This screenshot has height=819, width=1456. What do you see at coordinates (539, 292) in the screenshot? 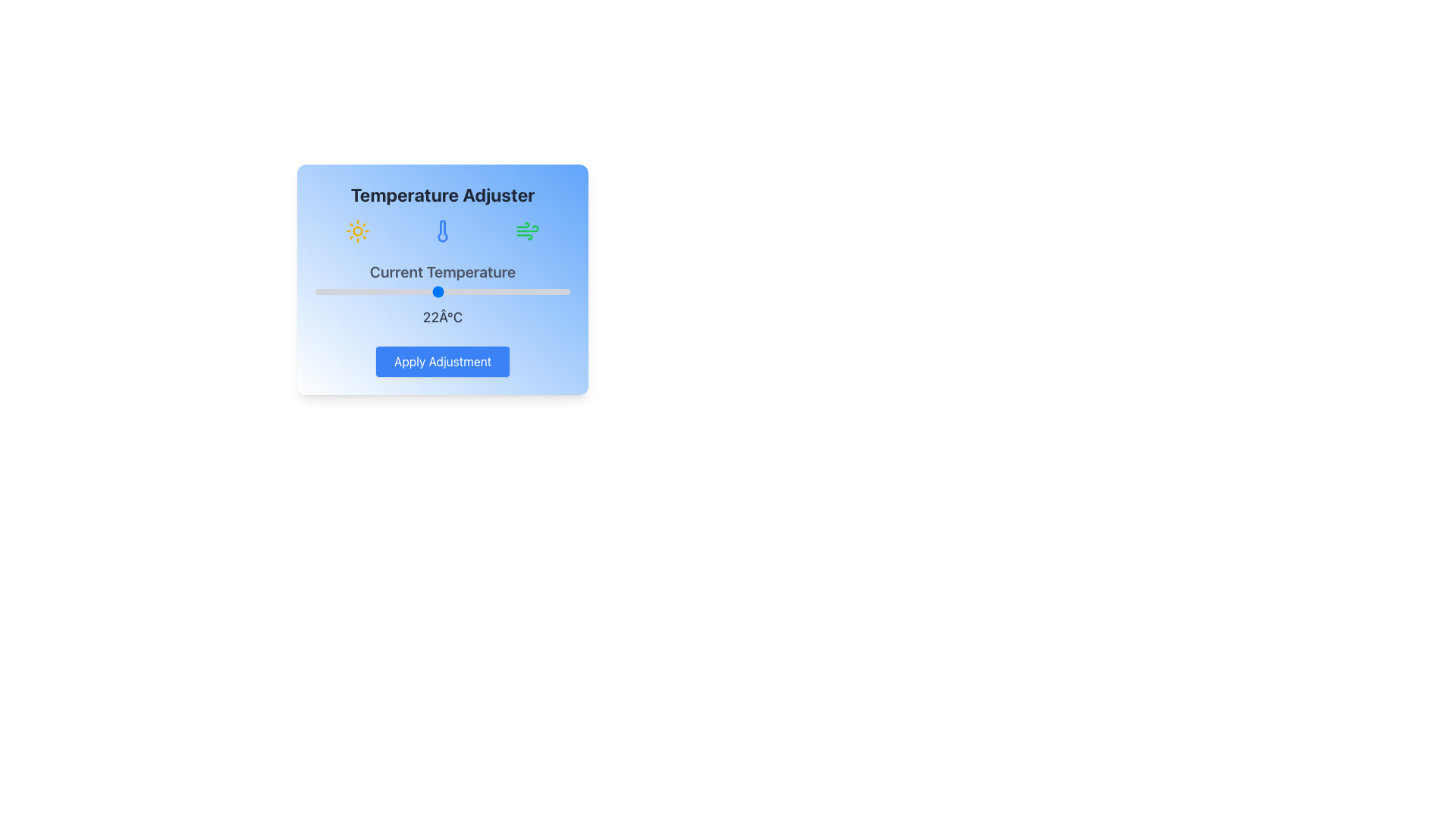
I see `temperature` at bounding box center [539, 292].